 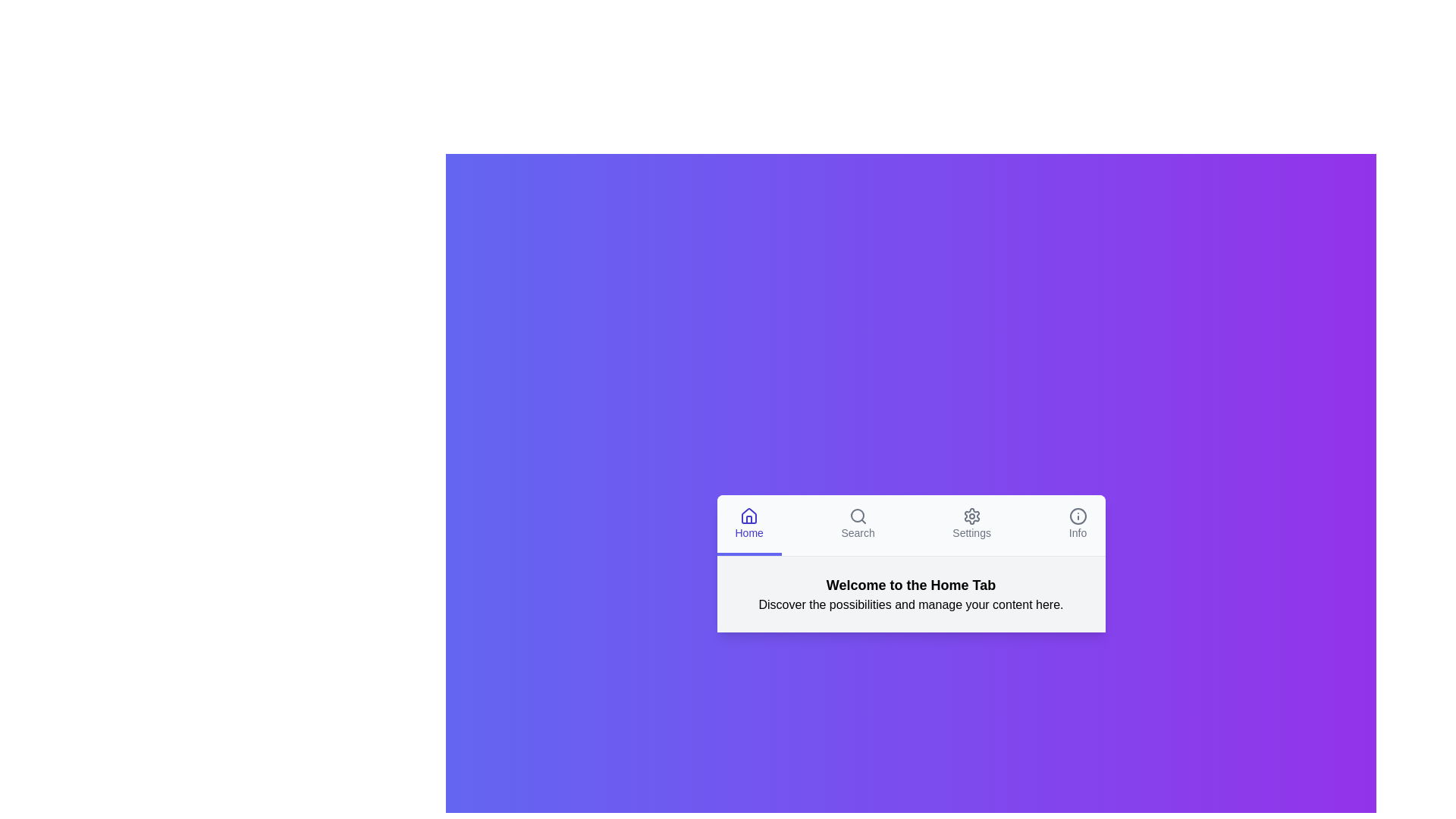 I want to click on the outermost circular boundary of the 'Info' icon located in the top-right section of the bottom menu bar, so click(x=1077, y=515).